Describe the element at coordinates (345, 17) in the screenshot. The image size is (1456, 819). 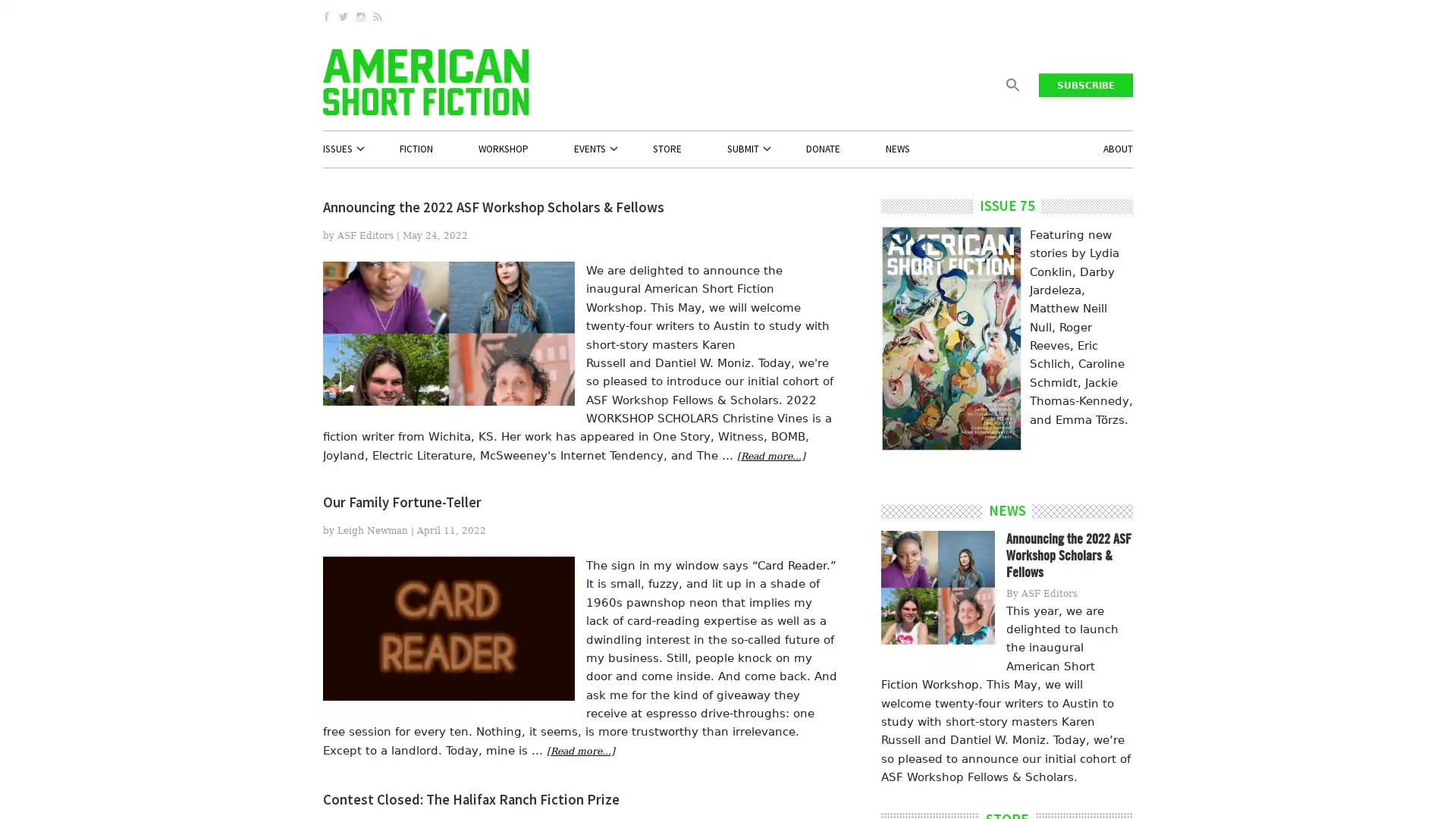
I see `twitter` at that location.